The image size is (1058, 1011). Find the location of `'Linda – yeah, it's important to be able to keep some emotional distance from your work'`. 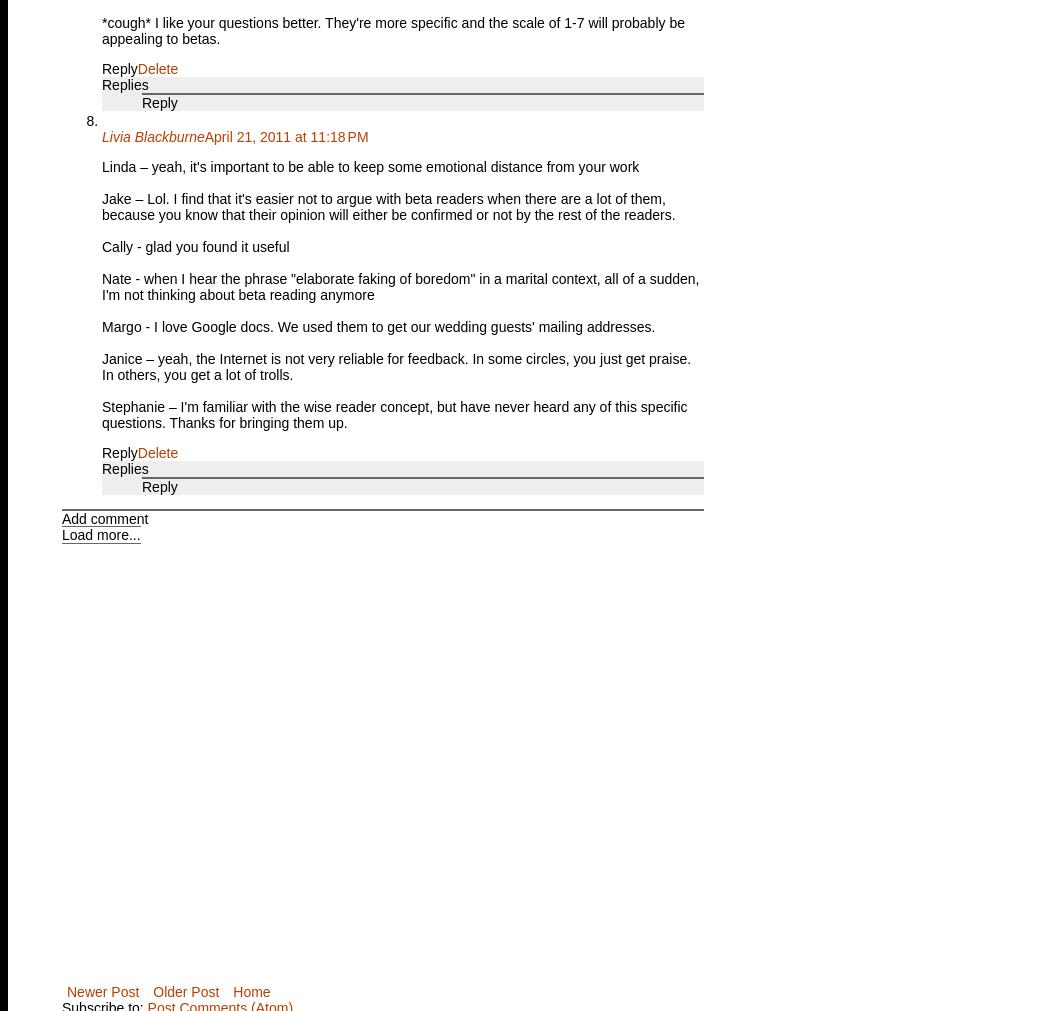

'Linda – yeah, it's important to be able to keep some emotional distance from your work' is located at coordinates (370, 166).